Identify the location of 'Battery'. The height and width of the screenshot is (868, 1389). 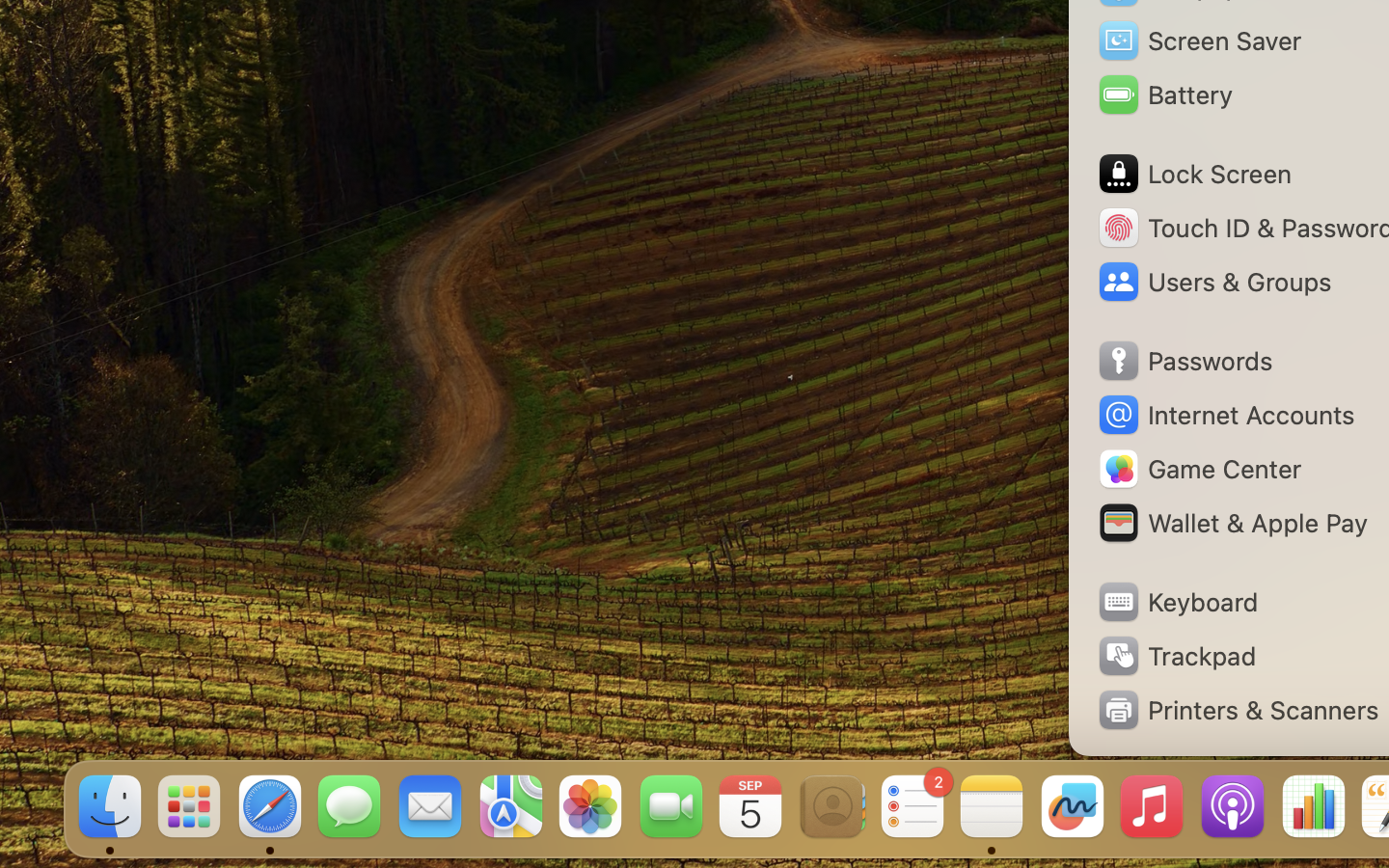
(1163, 94).